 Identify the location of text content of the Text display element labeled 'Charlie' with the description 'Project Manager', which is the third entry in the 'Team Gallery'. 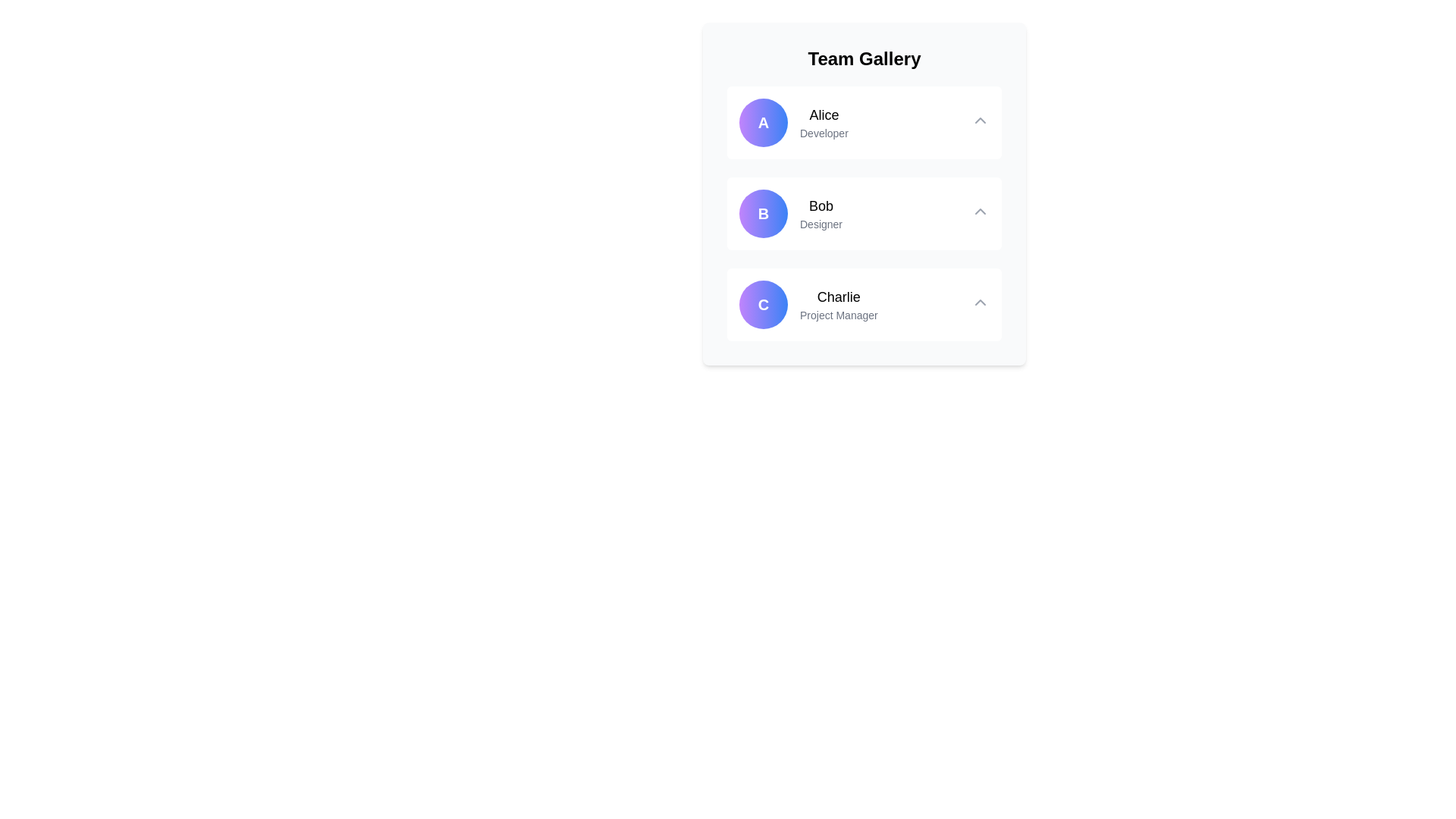
(838, 304).